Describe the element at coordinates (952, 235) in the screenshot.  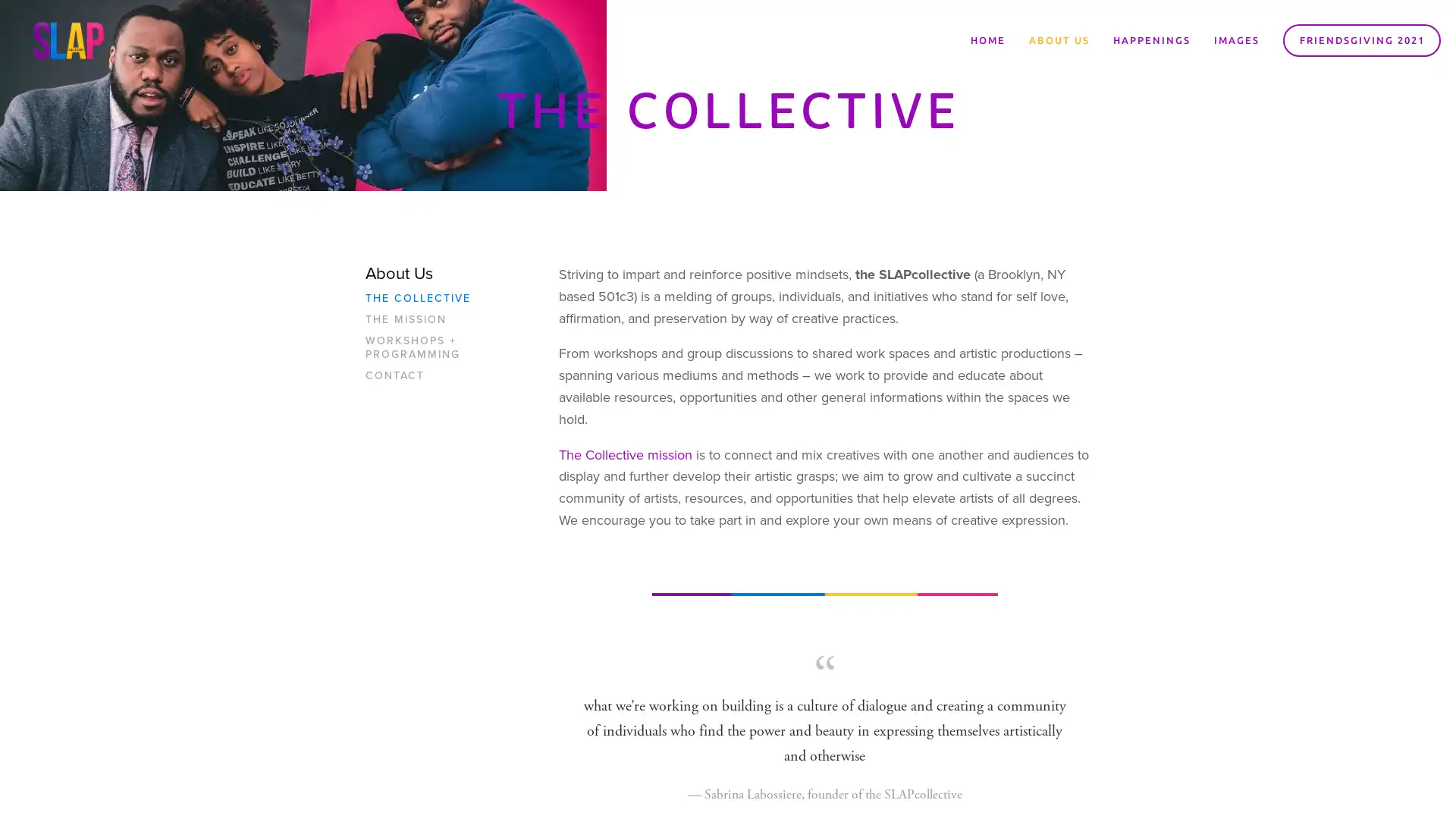
I see `Close` at that location.